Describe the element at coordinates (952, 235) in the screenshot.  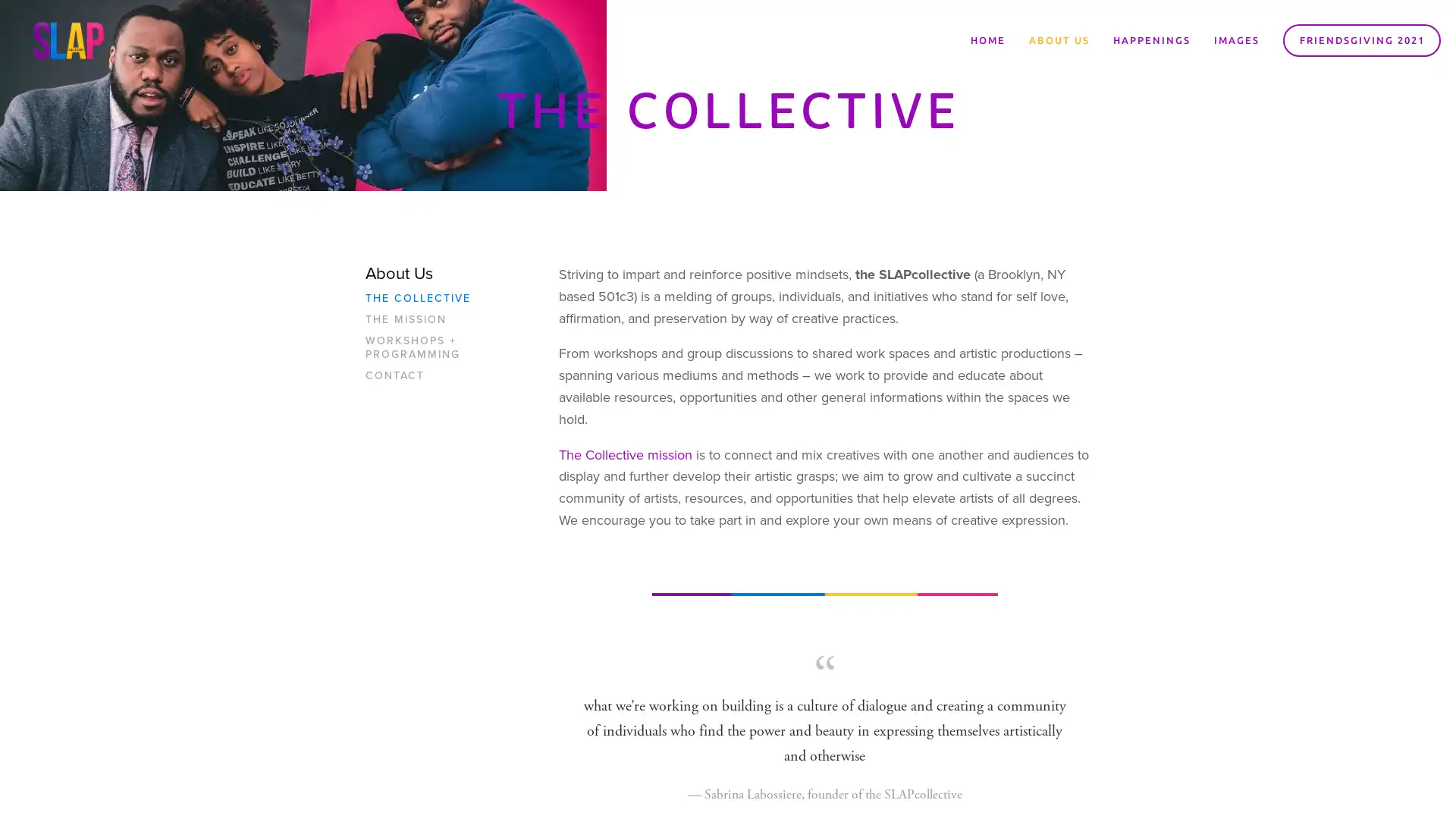
I see `Close` at that location.